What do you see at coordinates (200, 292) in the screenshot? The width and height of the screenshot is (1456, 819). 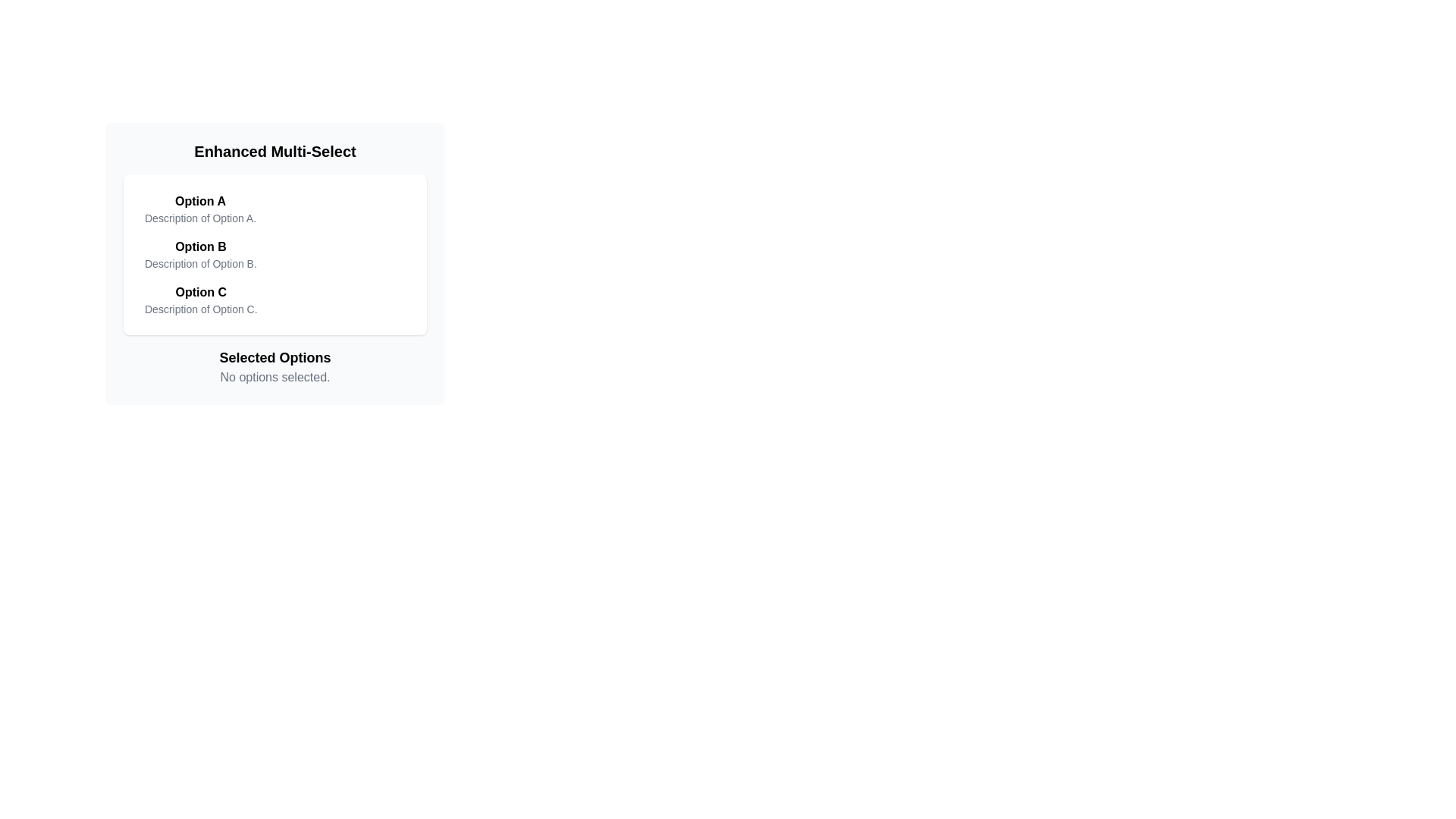 I see `bolded text element displaying 'Option C', which is the third item in the vertical list under 'Enhanced Multi-Select'` at bounding box center [200, 292].